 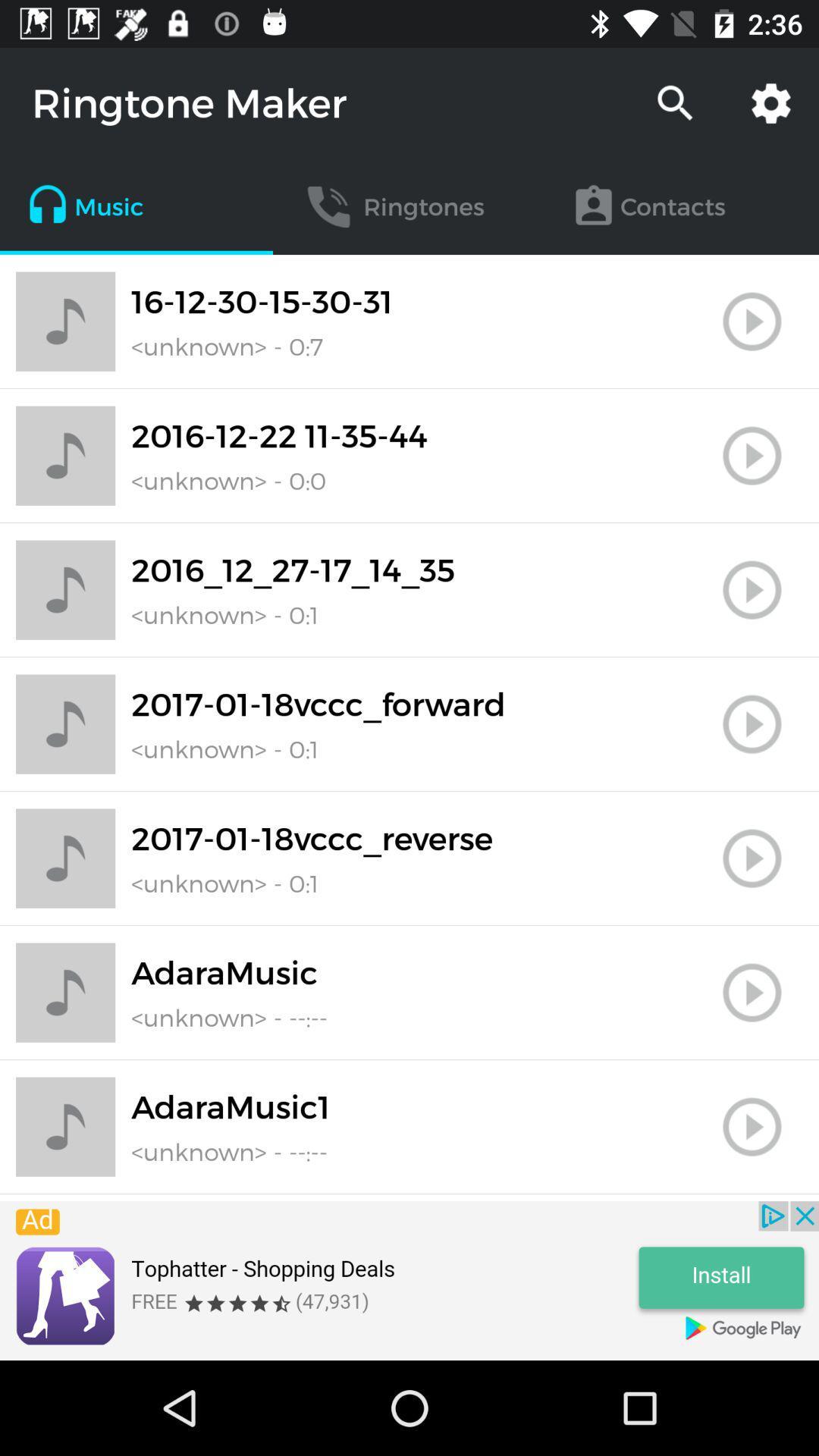 What do you see at coordinates (752, 1127) in the screenshot?
I see `button` at bounding box center [752, 1127].